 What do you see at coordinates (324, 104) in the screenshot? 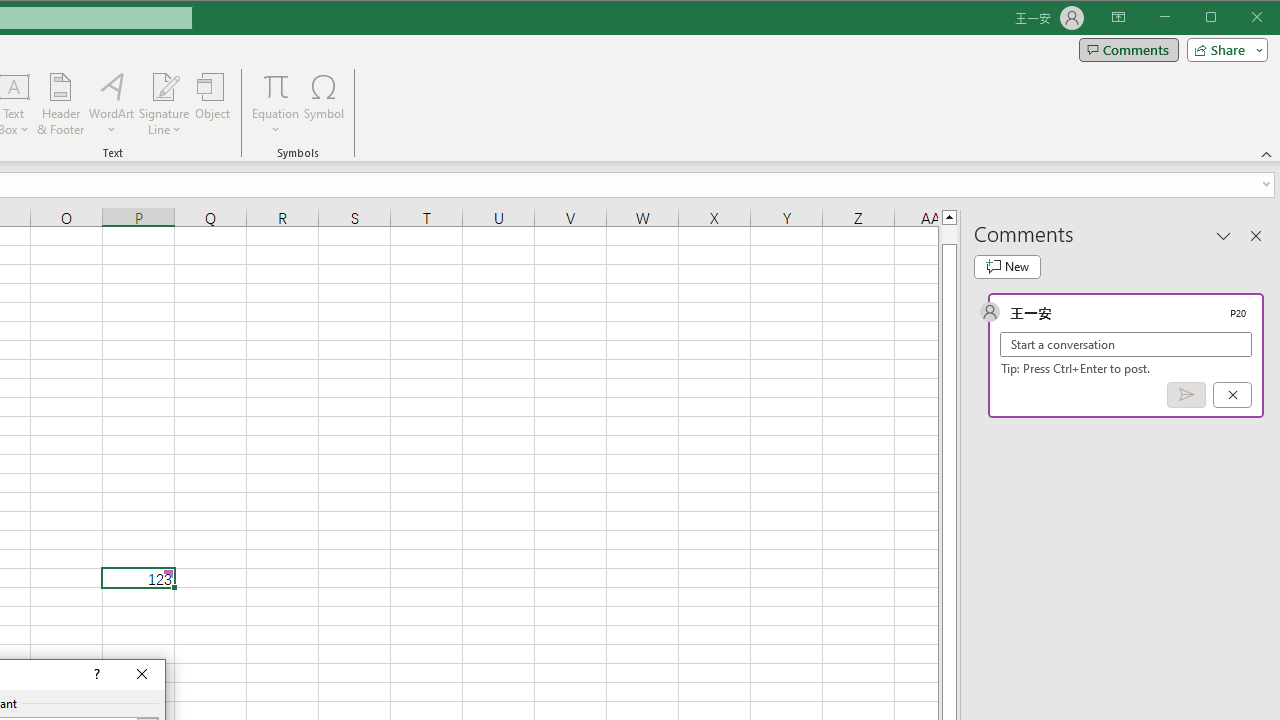
I see `'Symbol...'` at bounding box center [324, 104].